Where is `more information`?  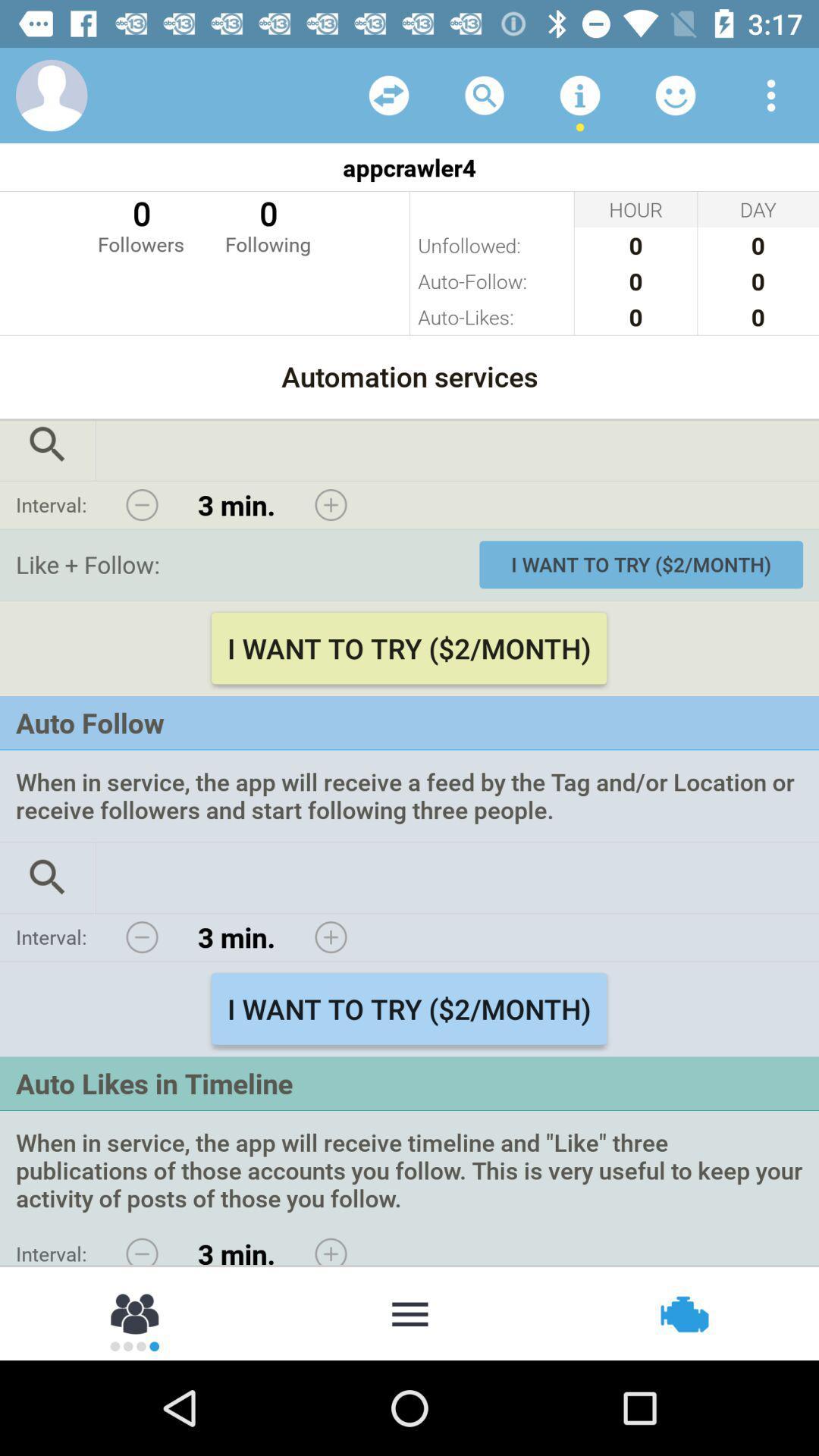 more information is located at coordinates (579, 94).